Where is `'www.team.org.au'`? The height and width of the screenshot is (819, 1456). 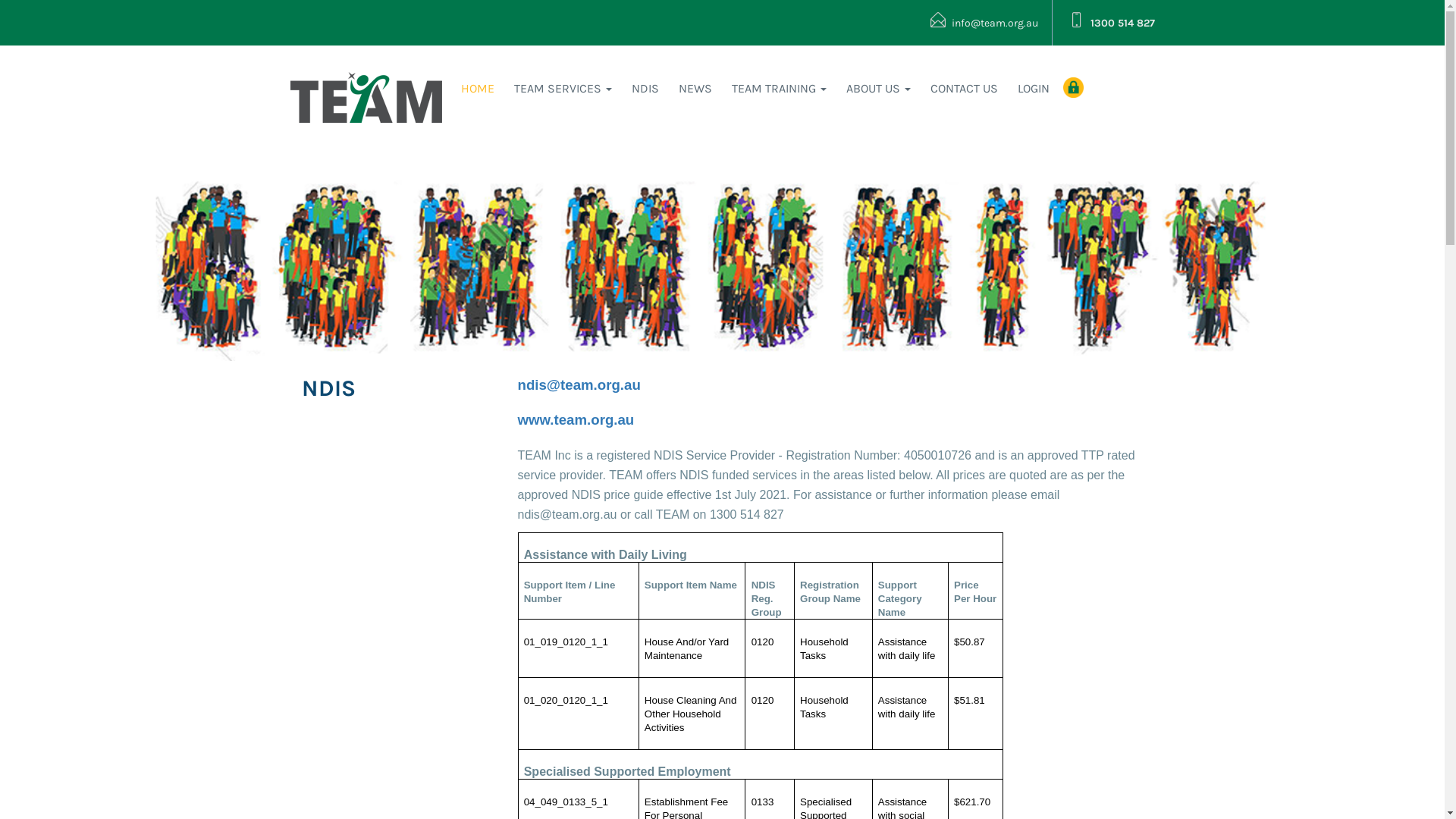 'www.team.org.au' is located at coordinates (516, 421).